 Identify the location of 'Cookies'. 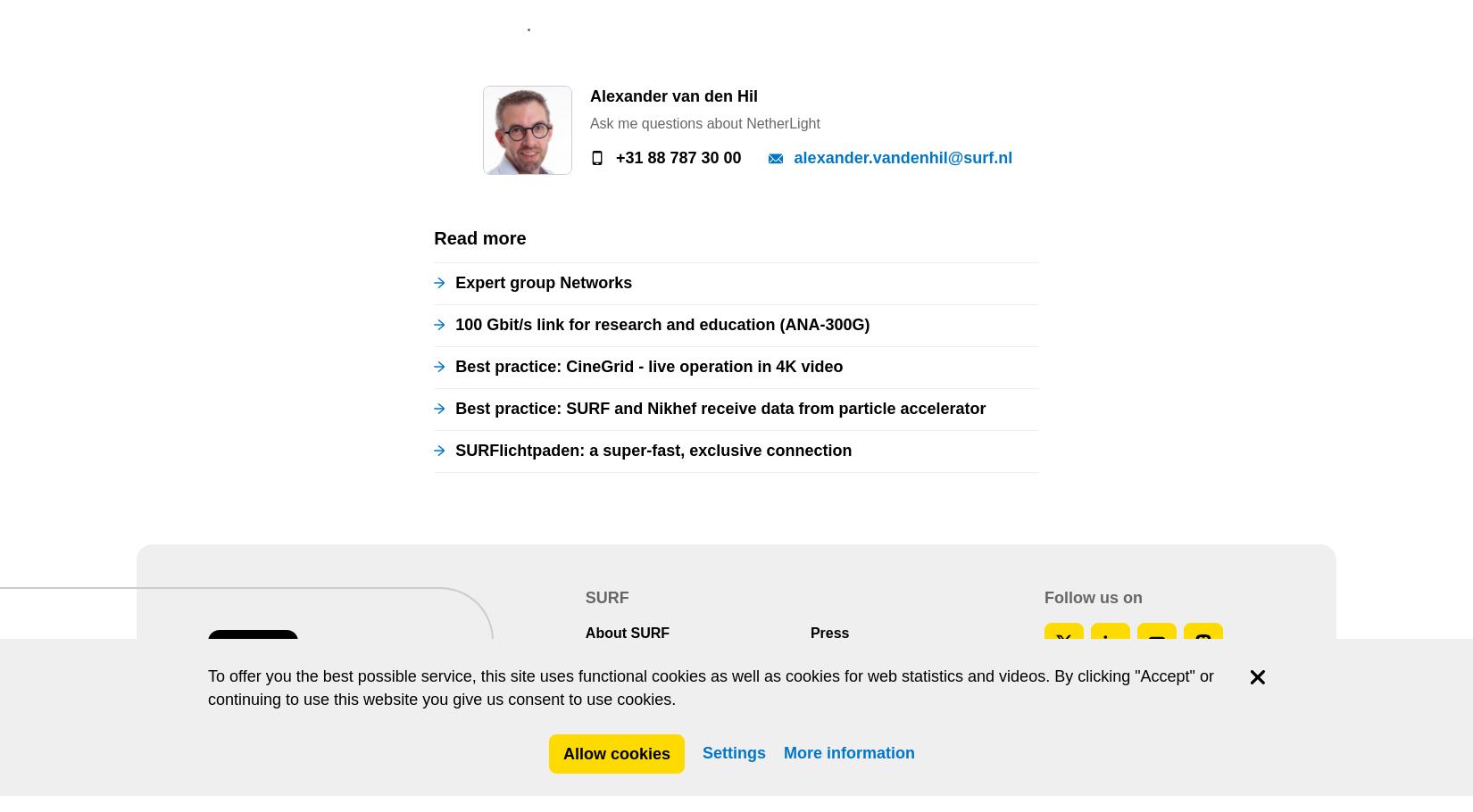
(628, 153).